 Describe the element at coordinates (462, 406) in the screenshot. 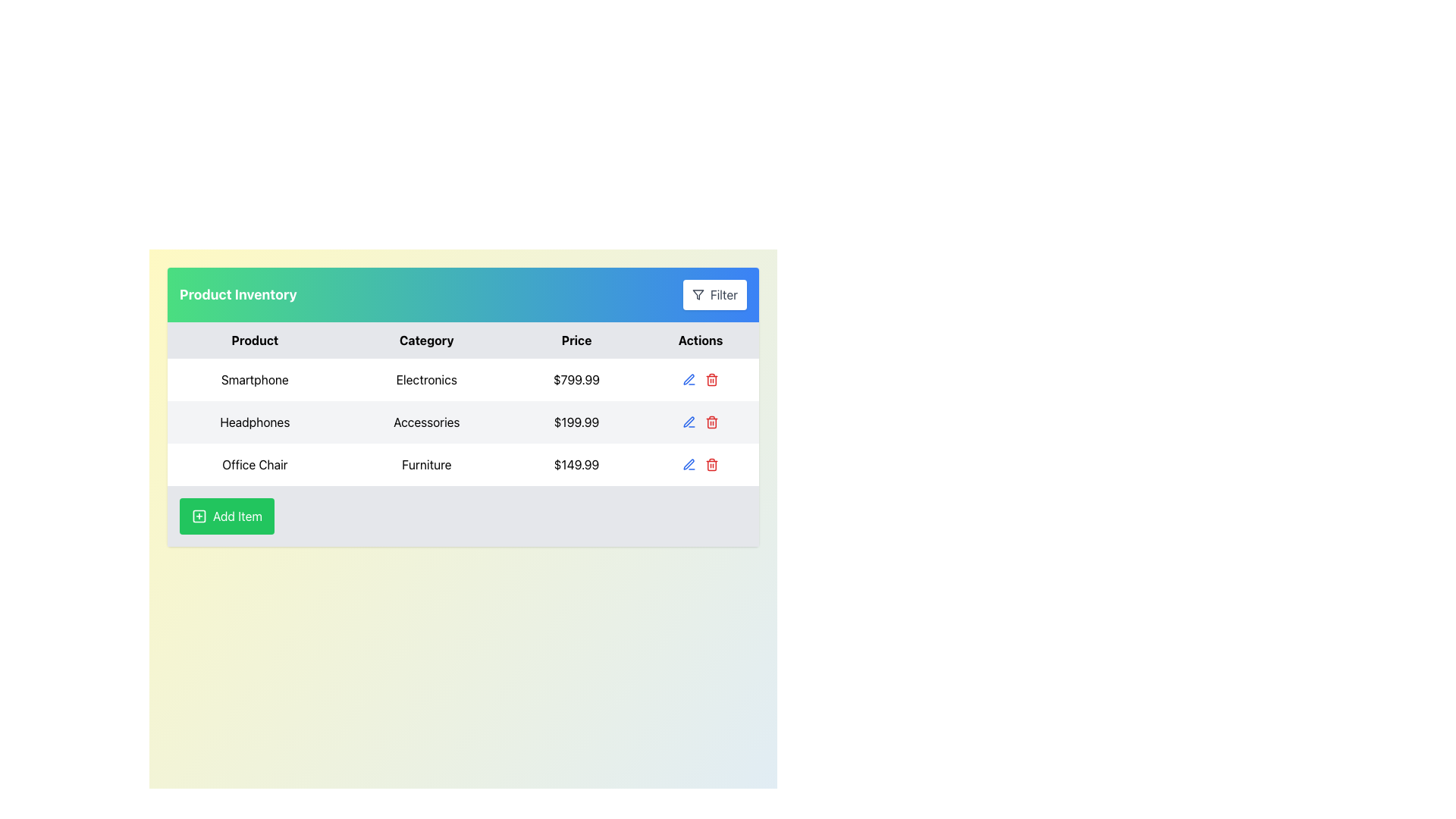

I see `the 'Accessories' table cell located in the 'Category' column of the 'Product Inventory' table` at that location.